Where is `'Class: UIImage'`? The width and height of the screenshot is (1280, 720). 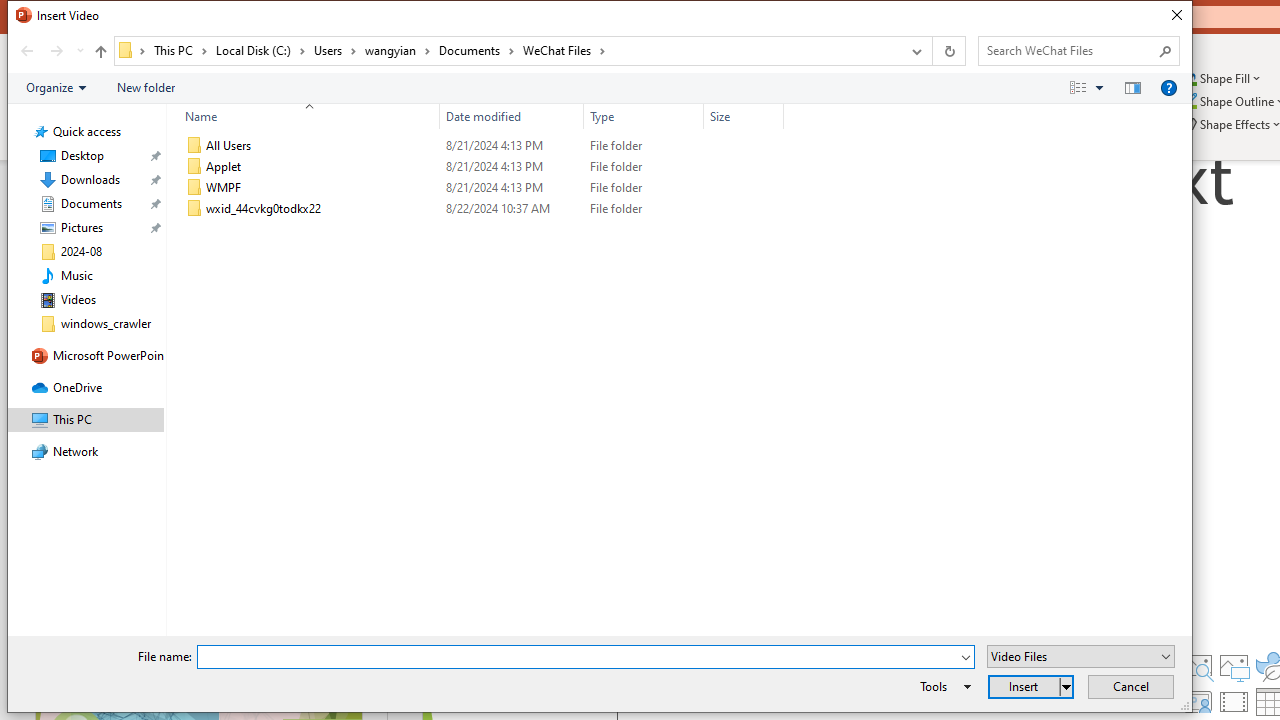 'Class: UIImage' is located at coordinates (194, 209).